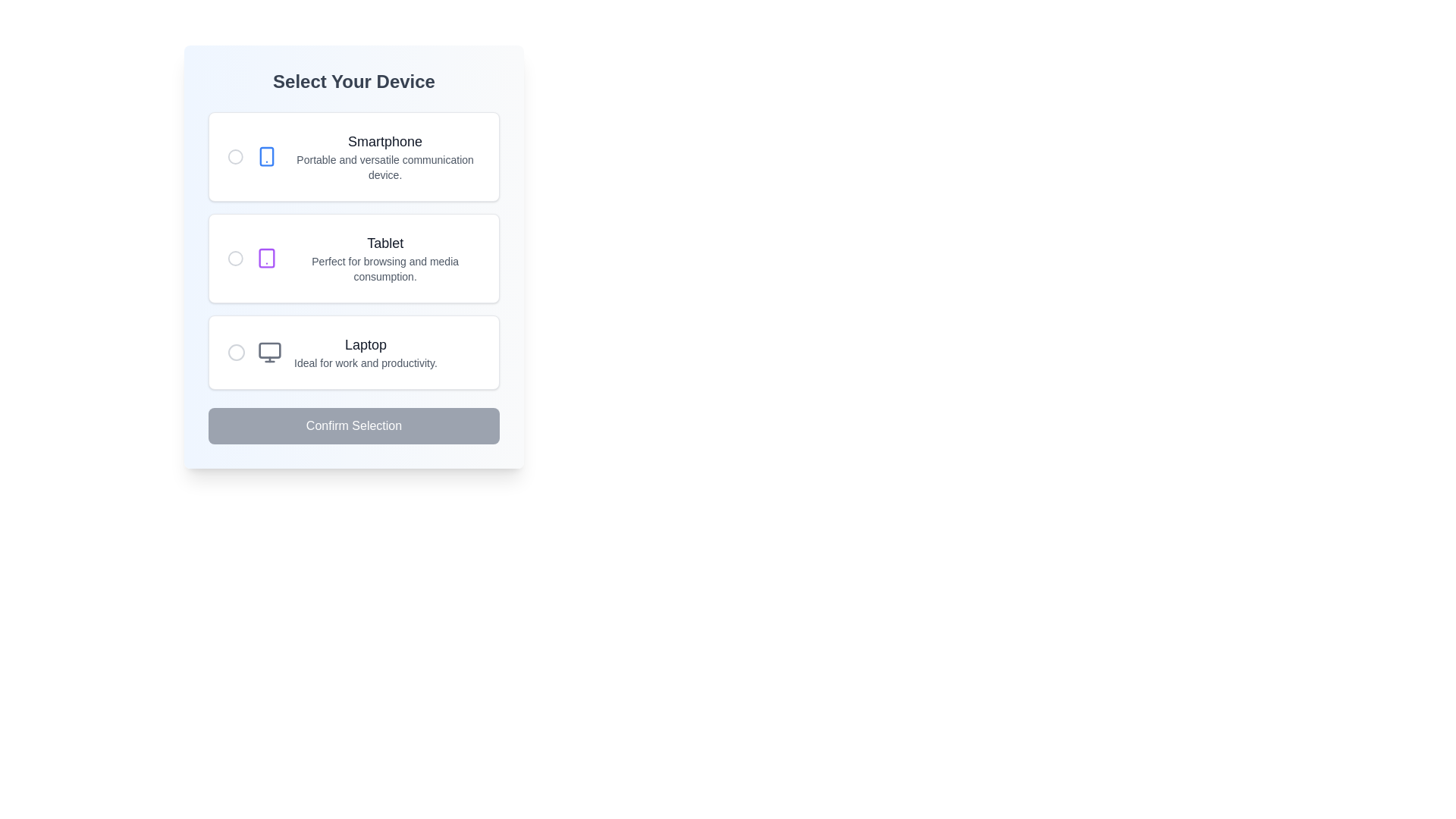 The height and width of the screenshot is (819, 1456). I want to click on the descriptive text element for the Laptop option, located below the Tablet option in the list of devices, so click(366, 353).